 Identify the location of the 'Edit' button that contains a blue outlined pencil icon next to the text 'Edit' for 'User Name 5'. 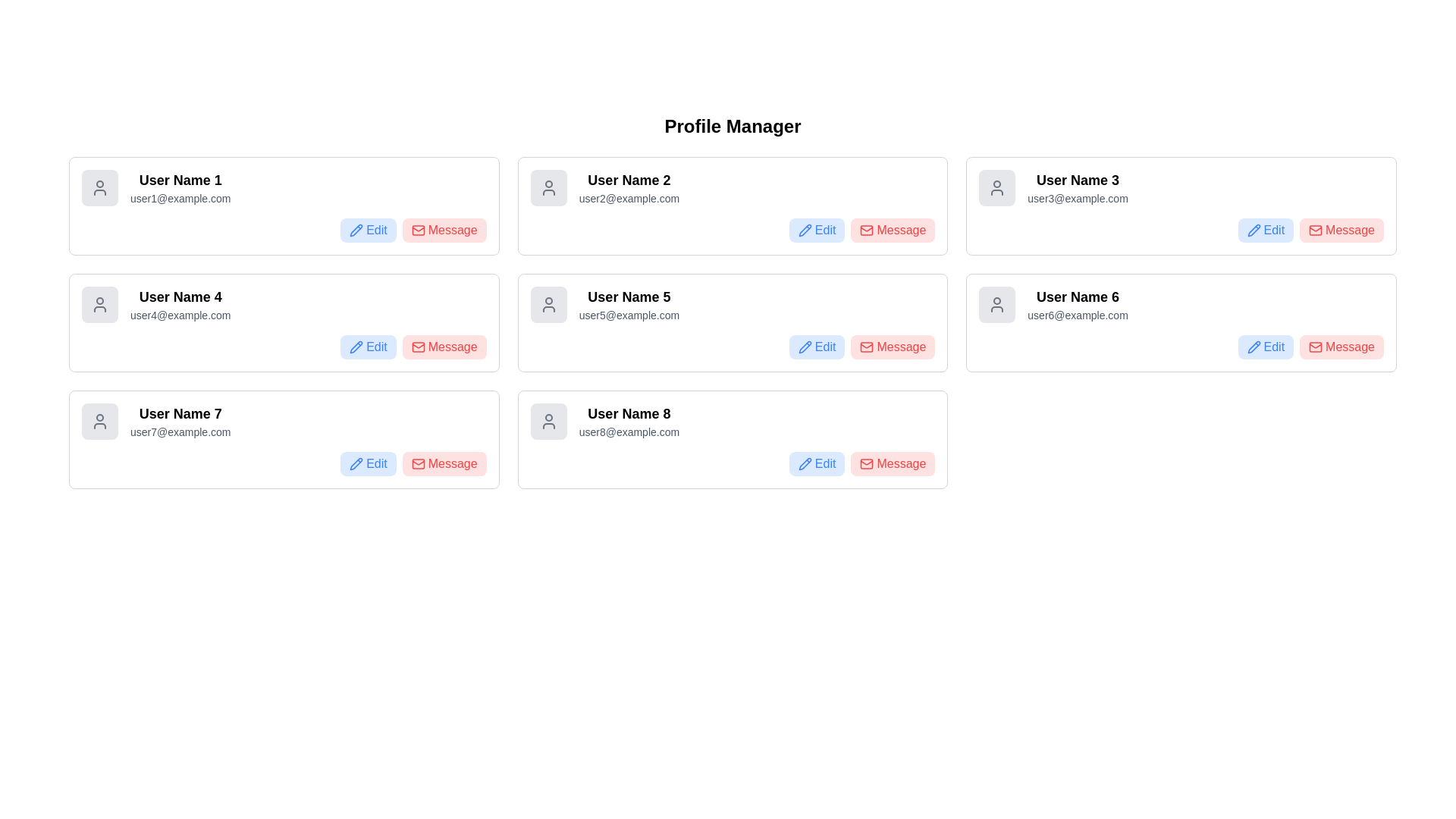
(804, 347).